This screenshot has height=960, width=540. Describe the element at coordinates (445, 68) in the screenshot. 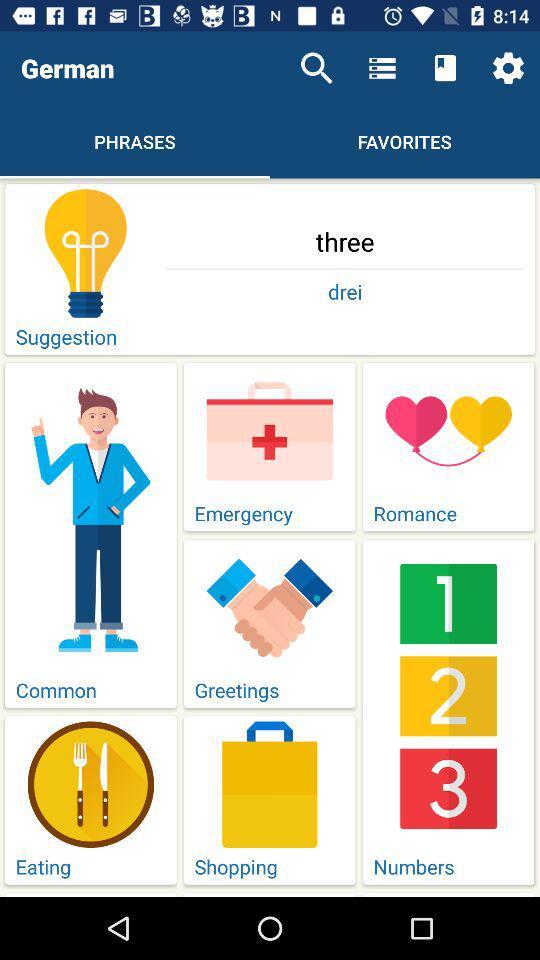

I see `the icon next to menu icon` at that location.